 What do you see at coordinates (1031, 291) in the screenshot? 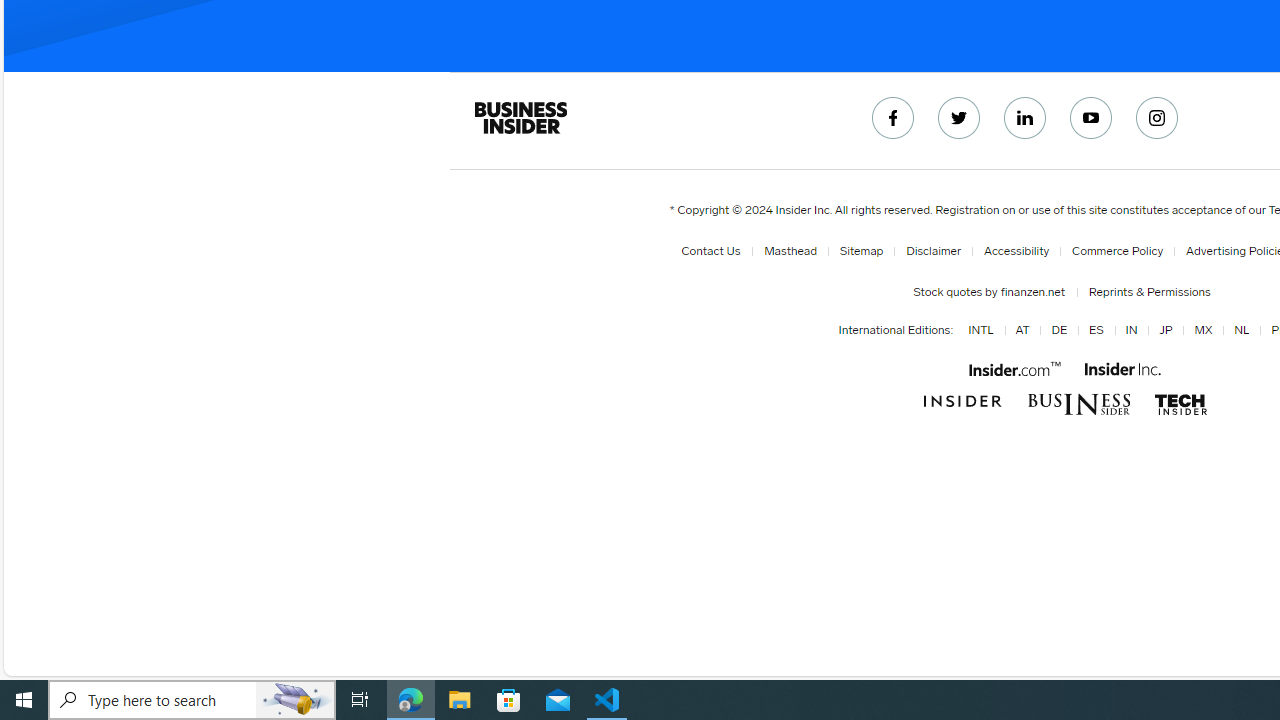
I see `'finanzen.net'` at bounding box center [1031, 291].